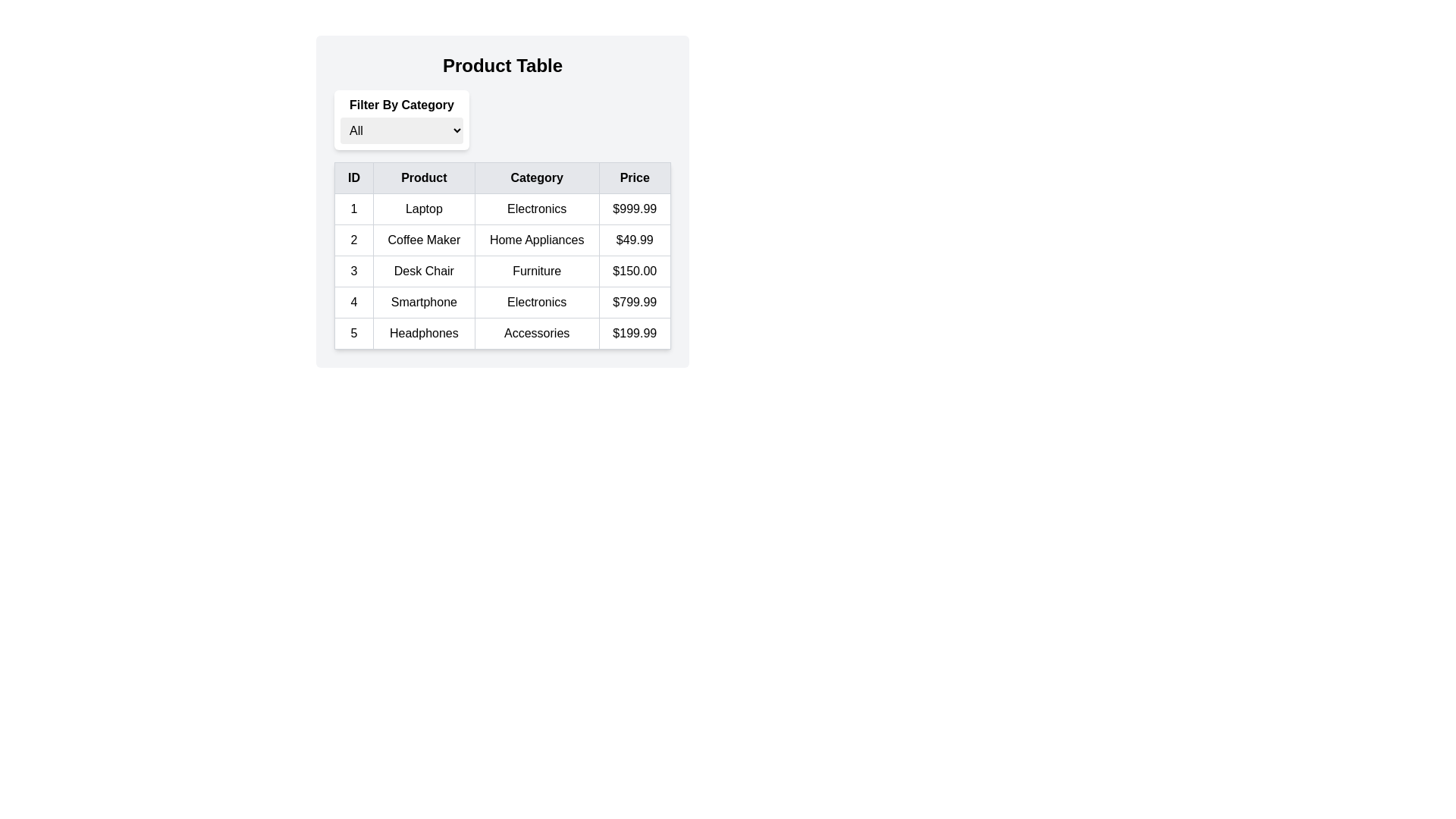  What do you see at coordinates (353, 209) in the screenshot?
I see `the table cell containing the digit '1', which is located in the first row and first column under the 'ID' header` at bounding box center [353, 209].